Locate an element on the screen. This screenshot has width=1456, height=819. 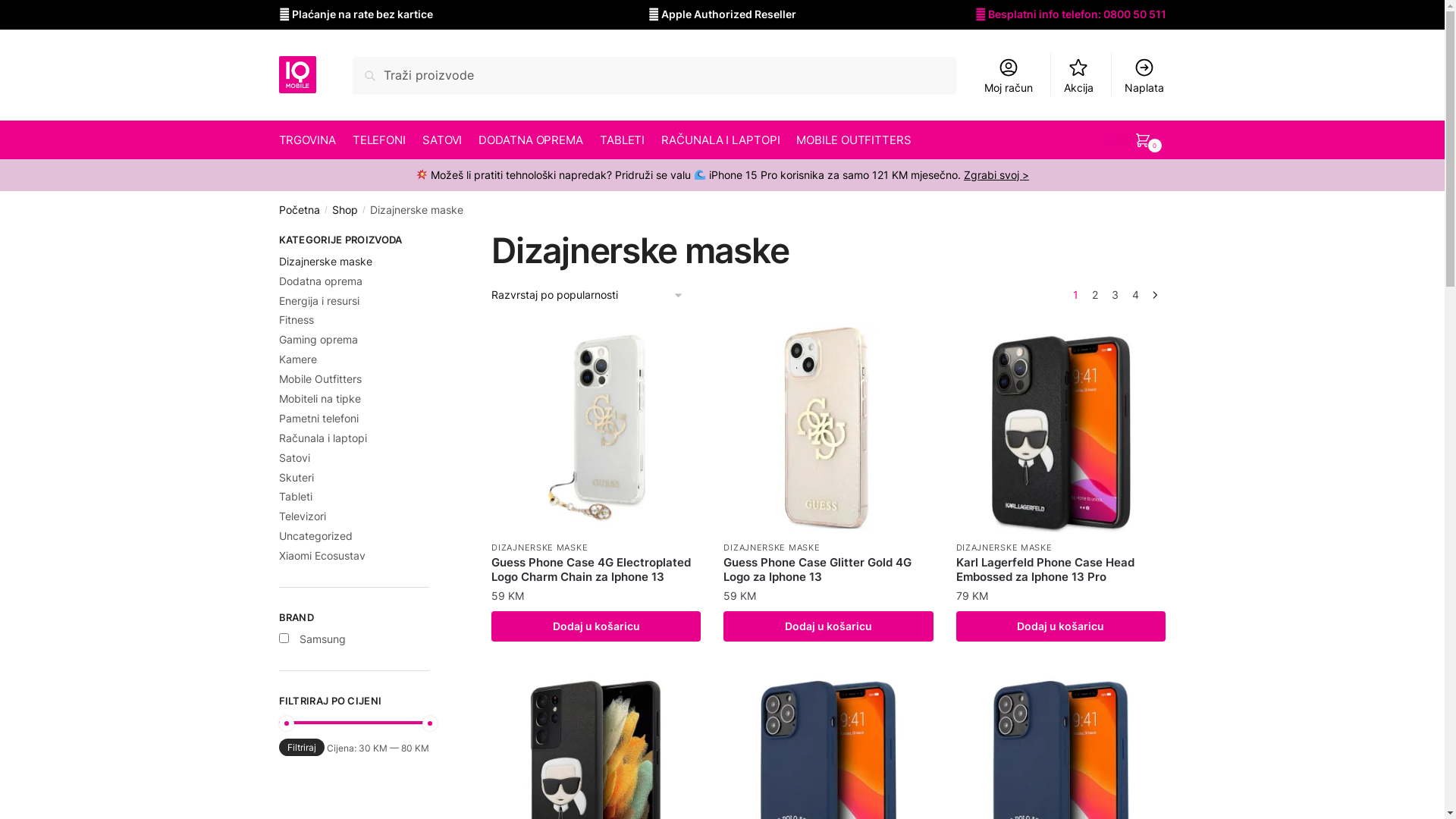
'DODATNA OPREMA' is located at coordinates (531, 140).